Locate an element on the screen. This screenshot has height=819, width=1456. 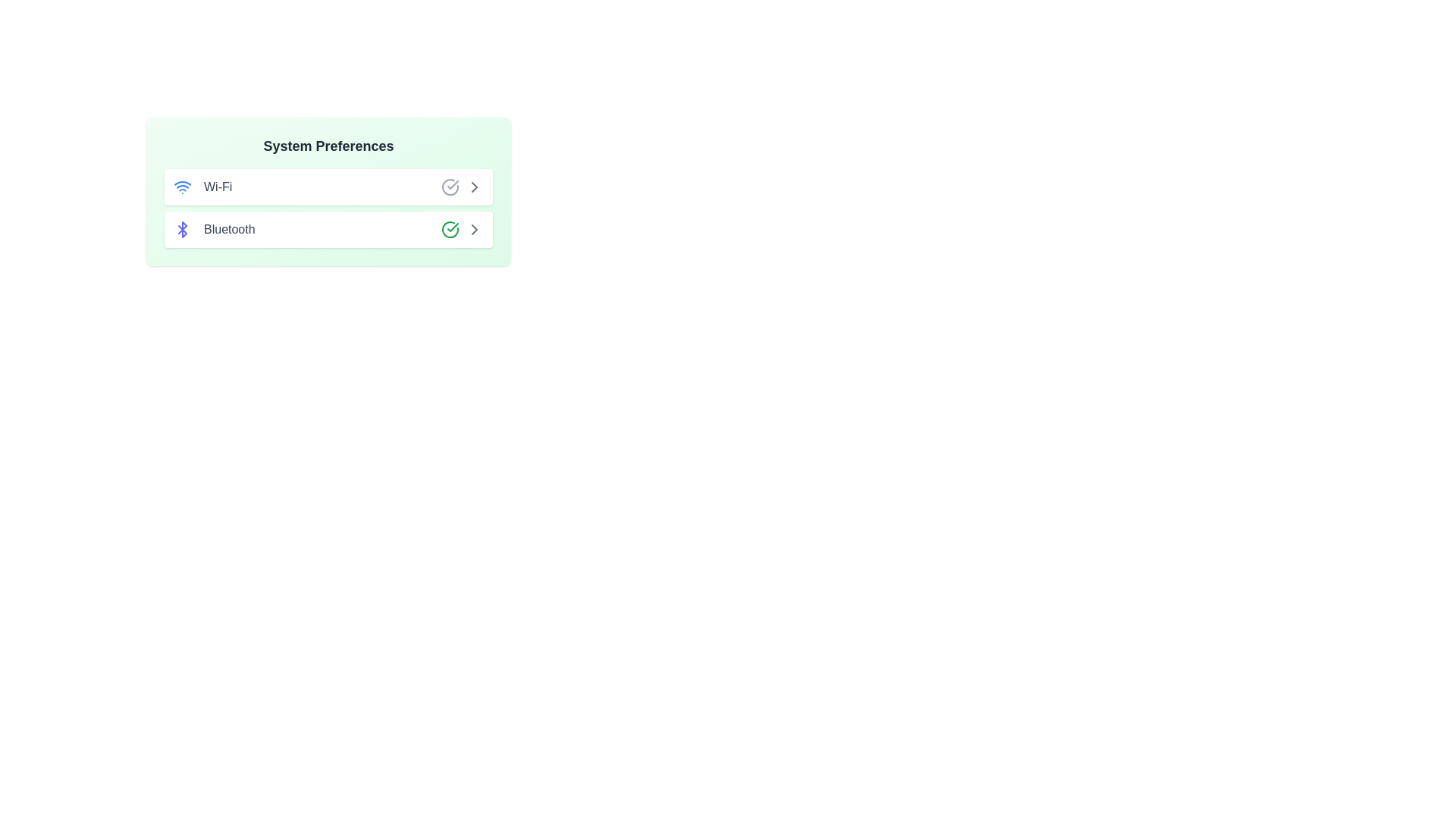
the title 'System Preferences' is located at coordinates (328, 146).